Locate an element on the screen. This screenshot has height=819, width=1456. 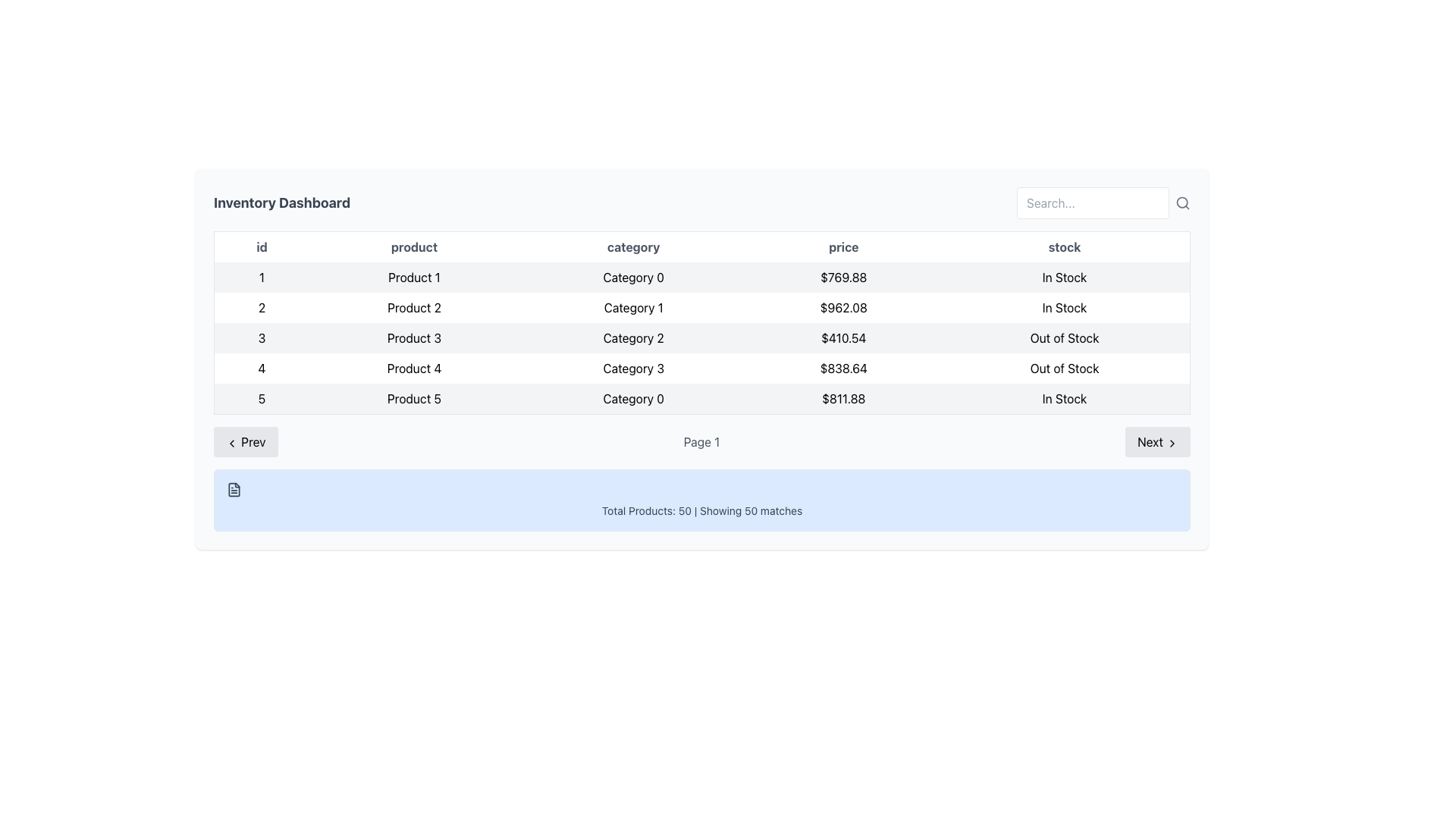
text value displayed in the Label showing the price '$811.88', which is bold black text located in the price column of the table under the fifth product entry is located at coordinates (843, 398).